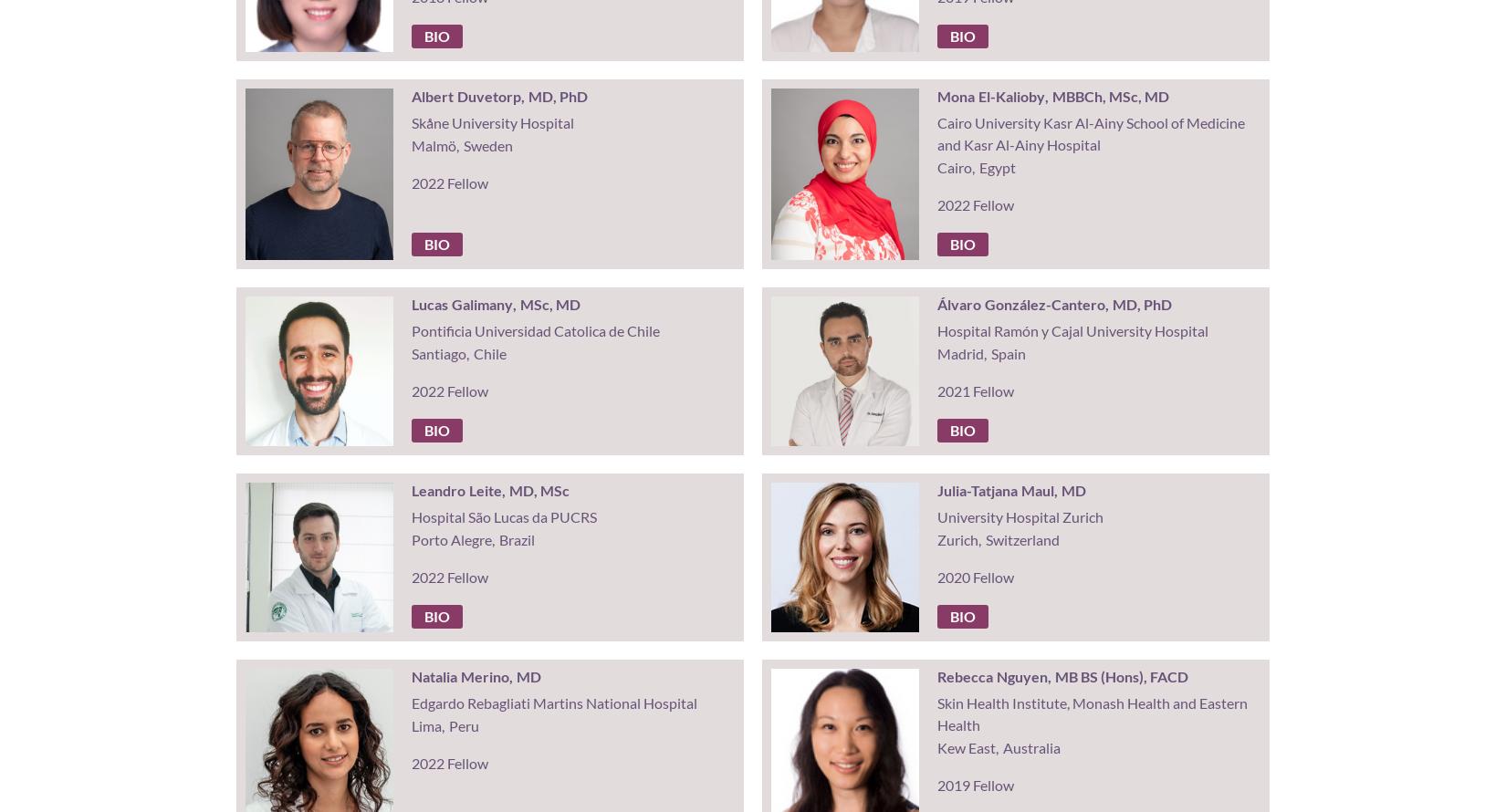 This screenshot has width=1506, height=812. What do you see at coordinates (486, 145) in the screenshot?
I see `'Sweden'` at bounding box center [486, 145].